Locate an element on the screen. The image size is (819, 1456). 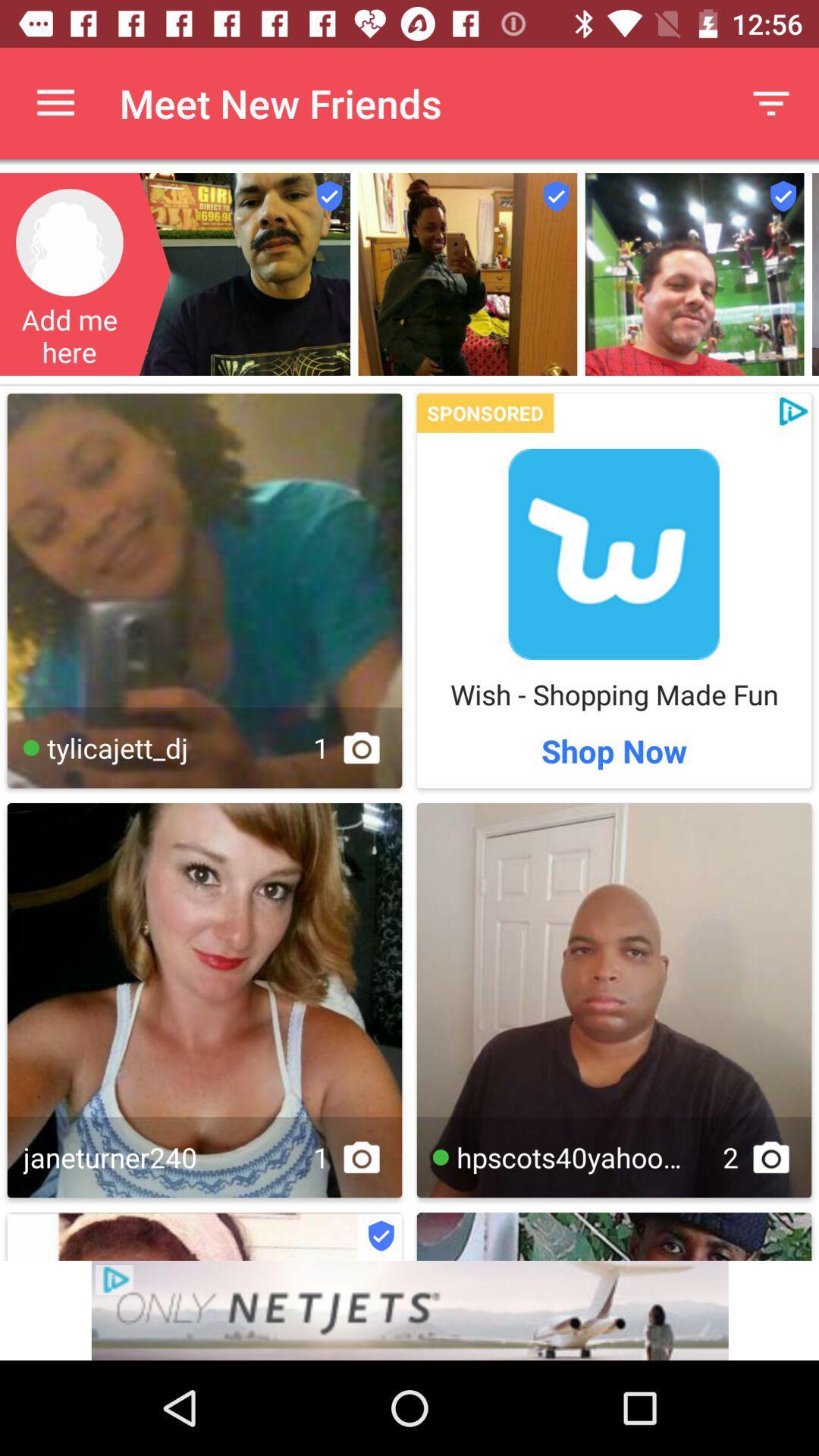
click on add is located at coordinates (614, 553).